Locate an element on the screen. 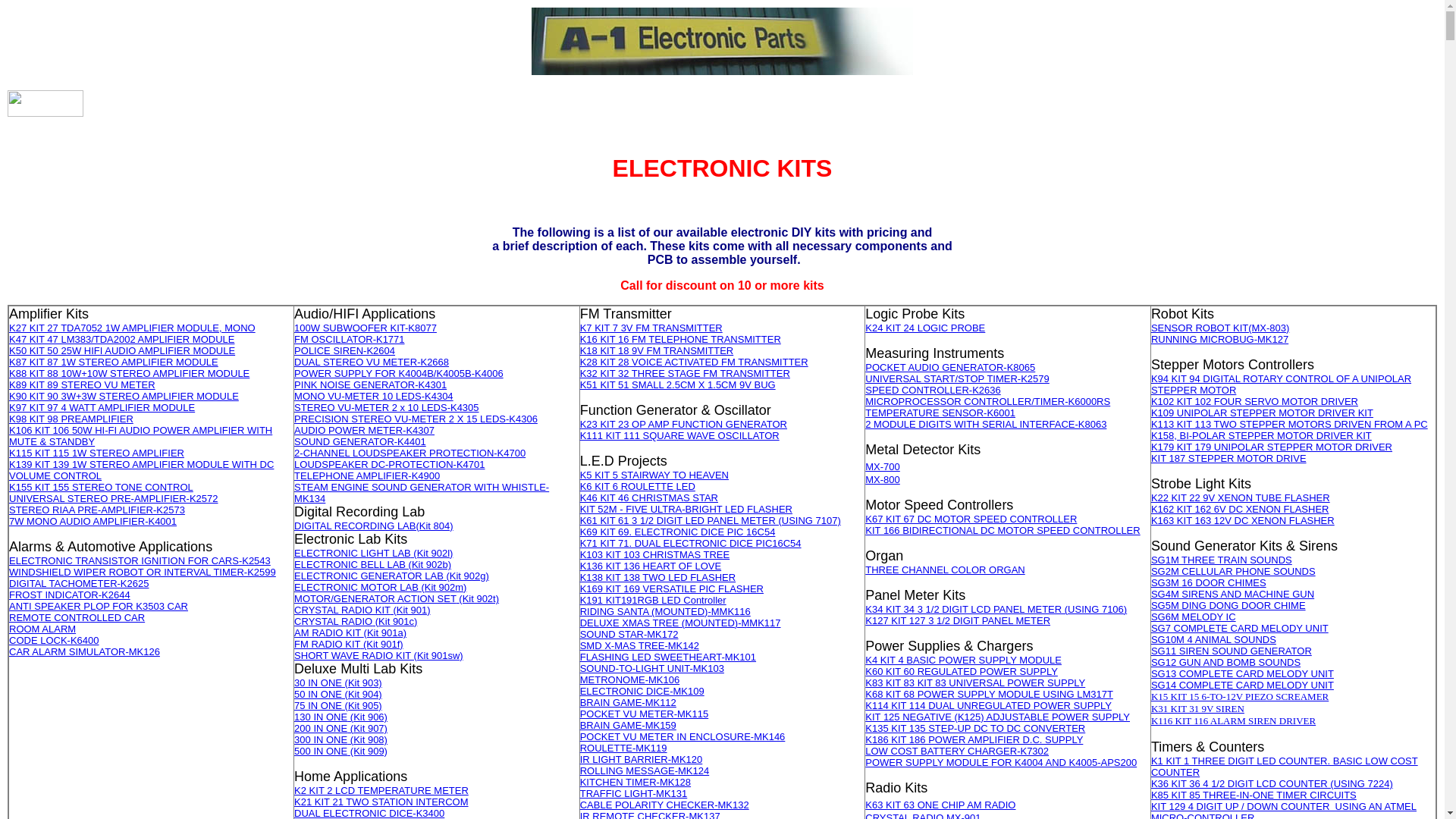 This screenshot has height=819, width=1456. 'K5 KIT 5 STAIRWAY TO HEAVEN' is located at coordinates (654, 474).